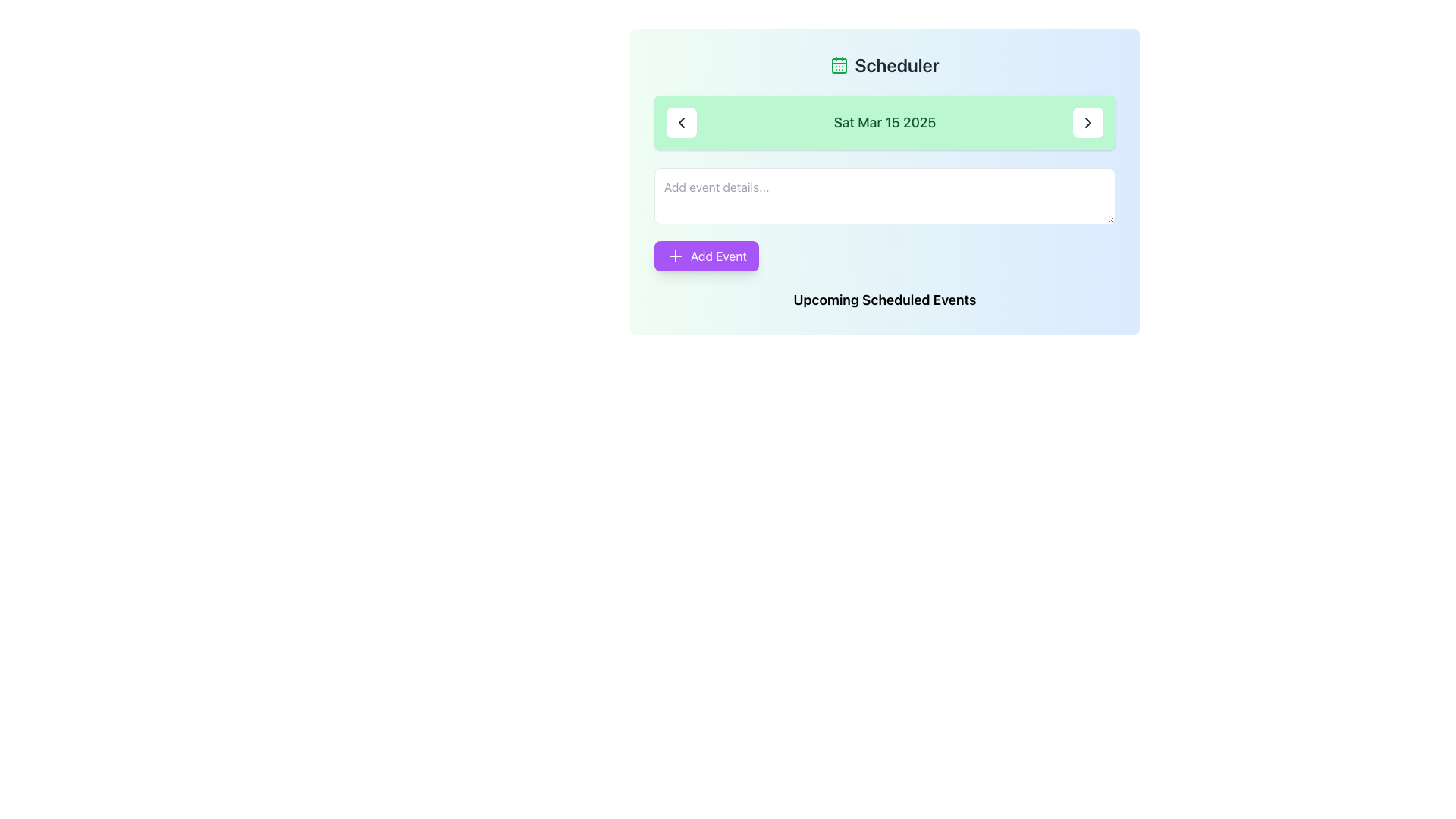 This screenshot has width=1456, height=819. Describe the element at coordinates (1087, 122) in the screenshot. I see `the rightmost button on the green header bar next to the date 'Sat Mar 15 2025'` at that location.